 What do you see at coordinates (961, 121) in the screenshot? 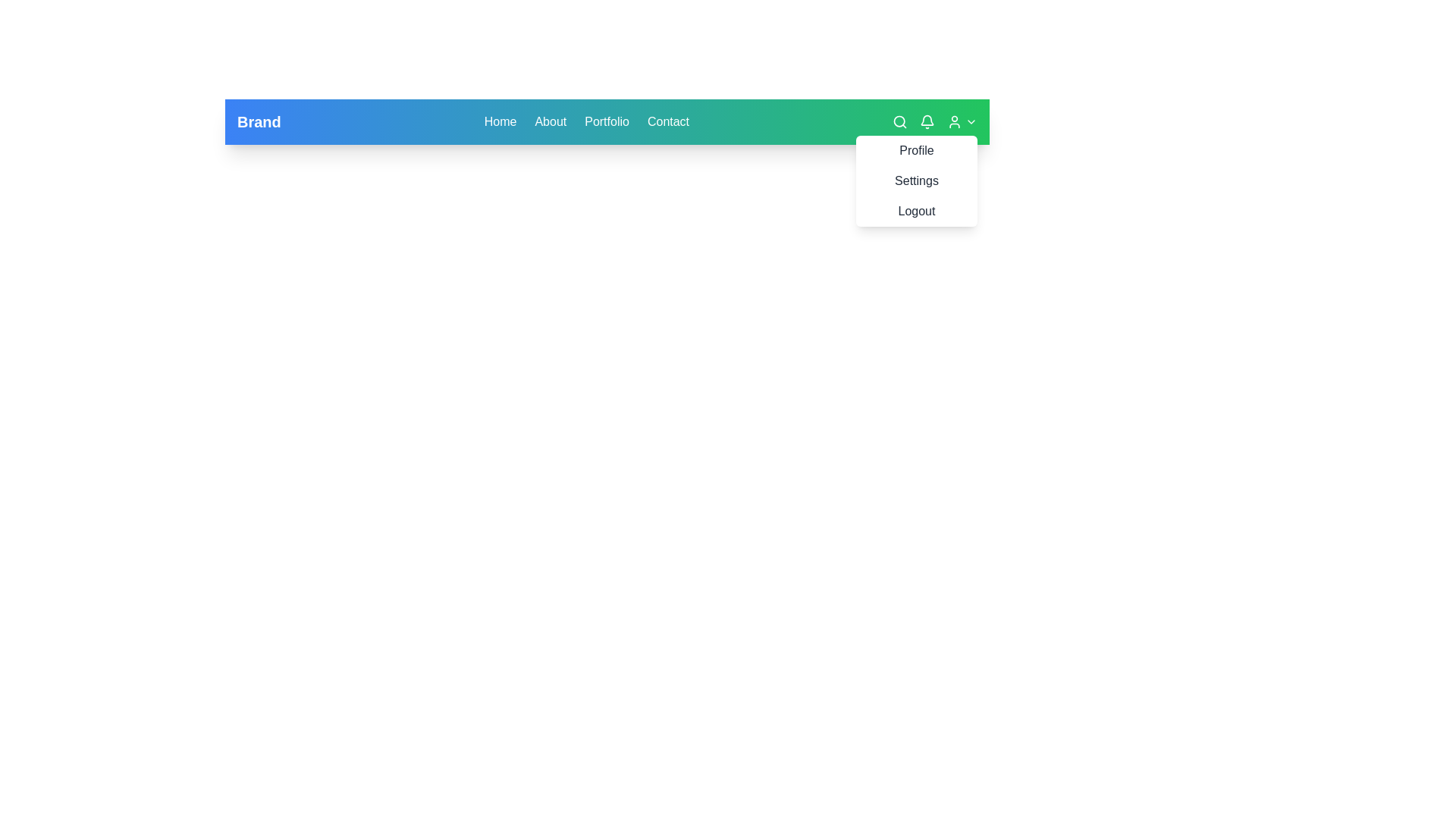
I see `the Dropdown menu trigger with user and chevron icons located on a green background in the top navigation bar` at bounding box center [961, 121].